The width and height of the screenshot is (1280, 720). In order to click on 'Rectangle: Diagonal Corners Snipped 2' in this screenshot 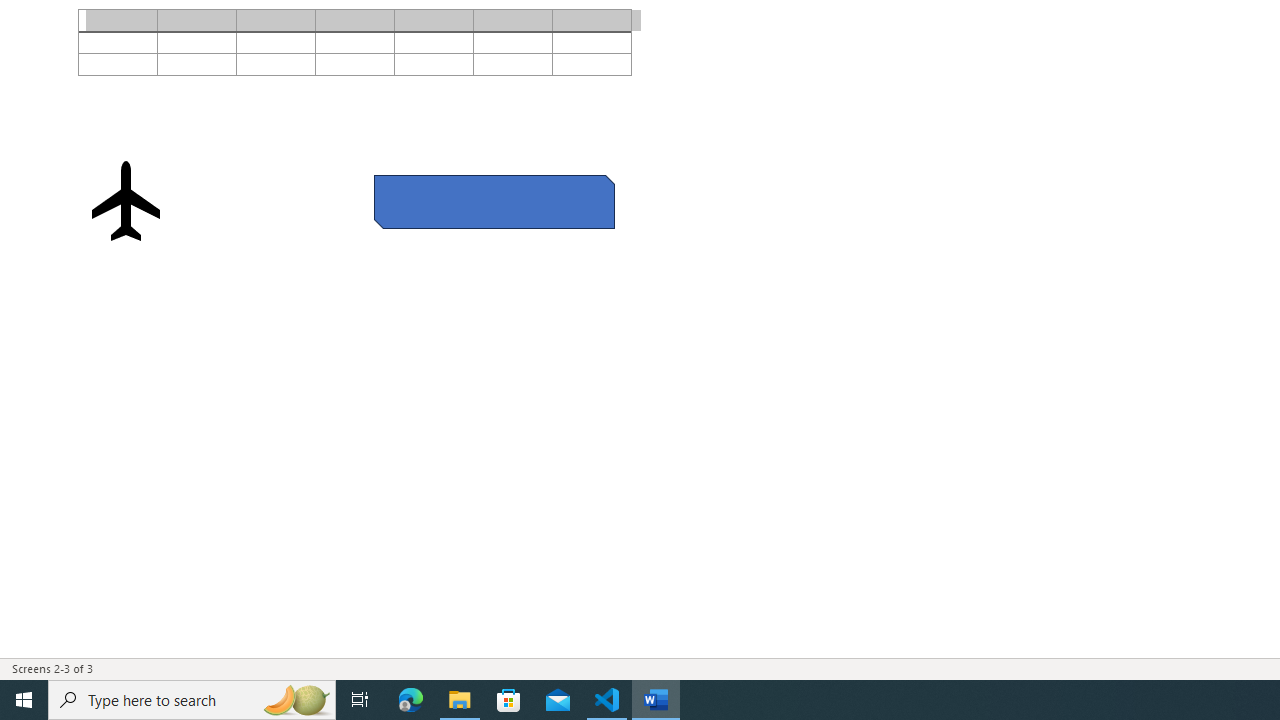, I will do `click(494, 201)`.